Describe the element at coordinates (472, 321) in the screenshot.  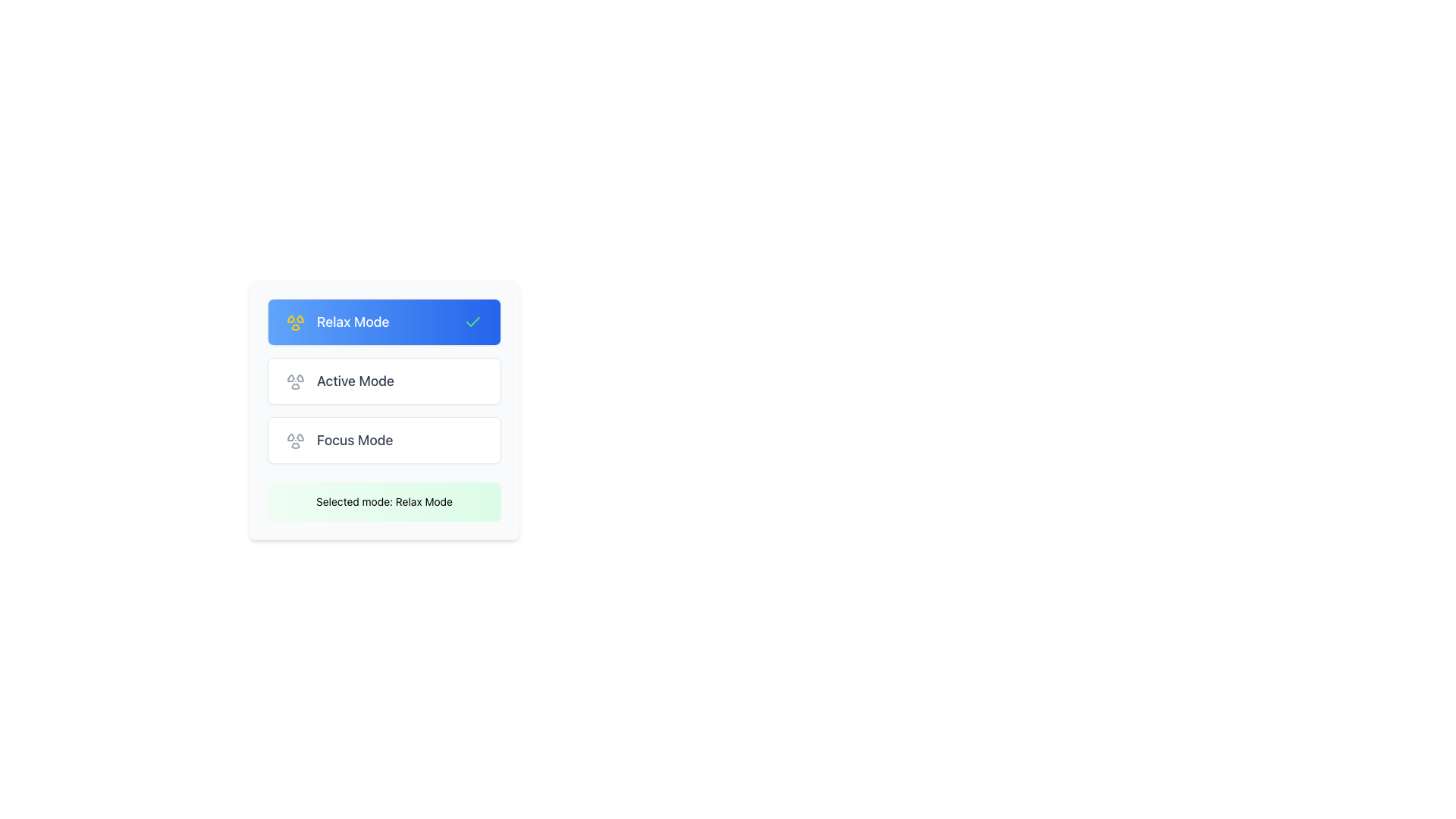
I see `the selection status icon for the 'Relax Mode' button` at that location.